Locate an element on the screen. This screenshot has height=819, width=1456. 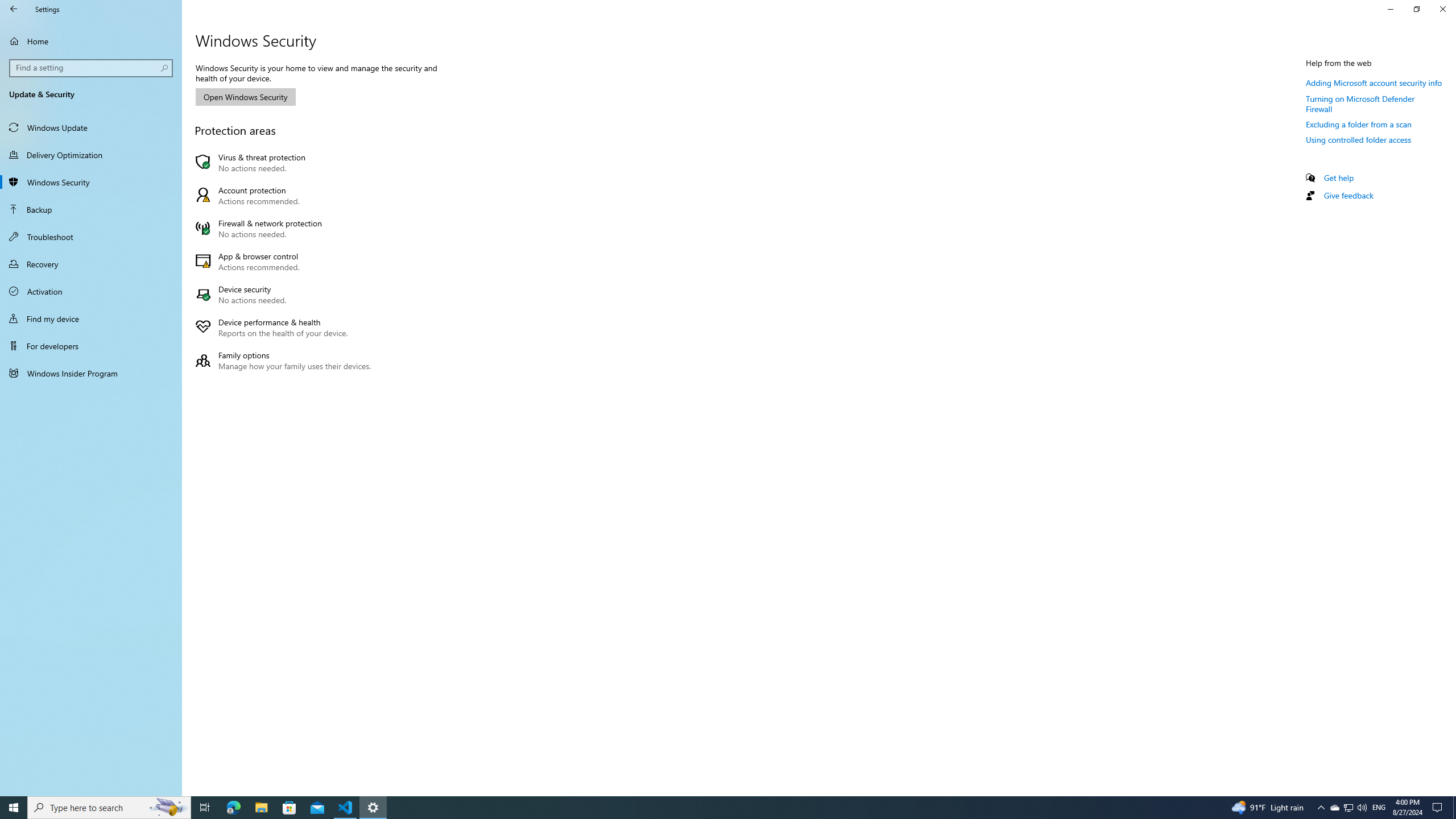
'Windows Update' is located at coordinates (90, 126).